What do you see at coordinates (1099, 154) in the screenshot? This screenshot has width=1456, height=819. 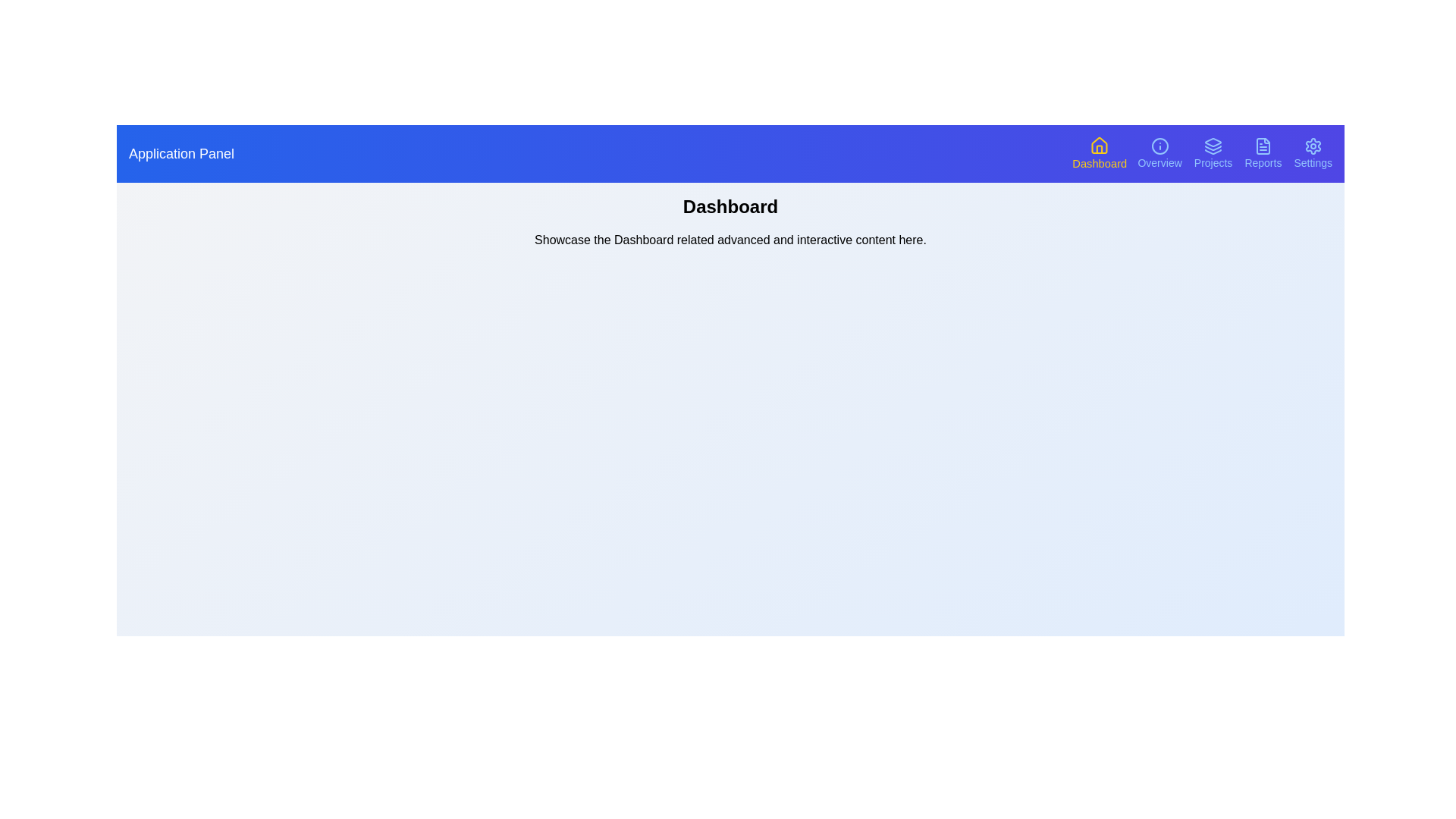 I see `the Dashboard section by clicking its corresponding navigation button` at bounding box center [1099, 154].